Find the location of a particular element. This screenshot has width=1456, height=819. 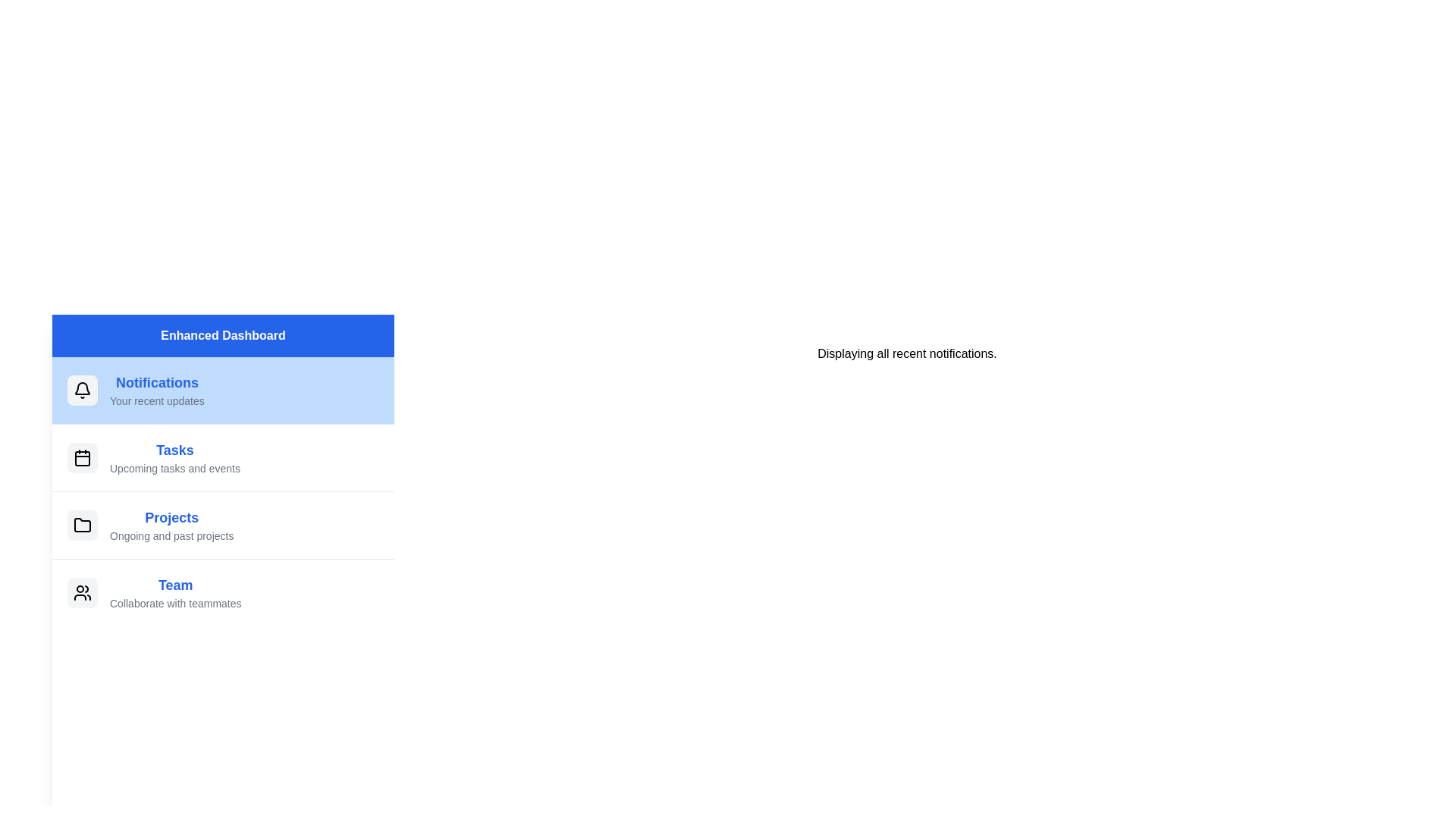

the menu item labeled Team to observe its hover effect is located at coordinates (222, 591).